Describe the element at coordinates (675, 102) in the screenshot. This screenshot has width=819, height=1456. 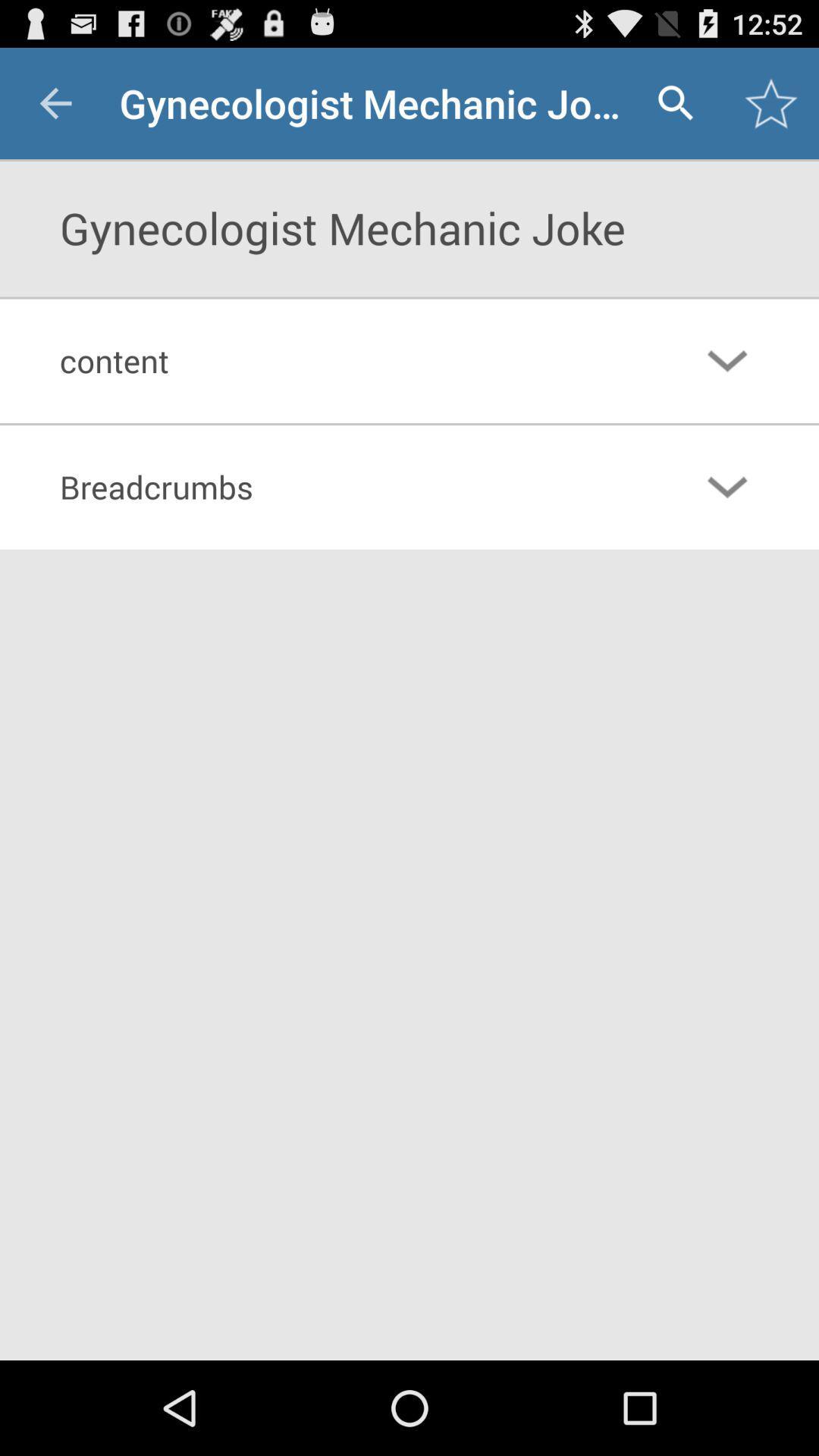
I see `item next to the gynecologist mechanic joke item` at that location.